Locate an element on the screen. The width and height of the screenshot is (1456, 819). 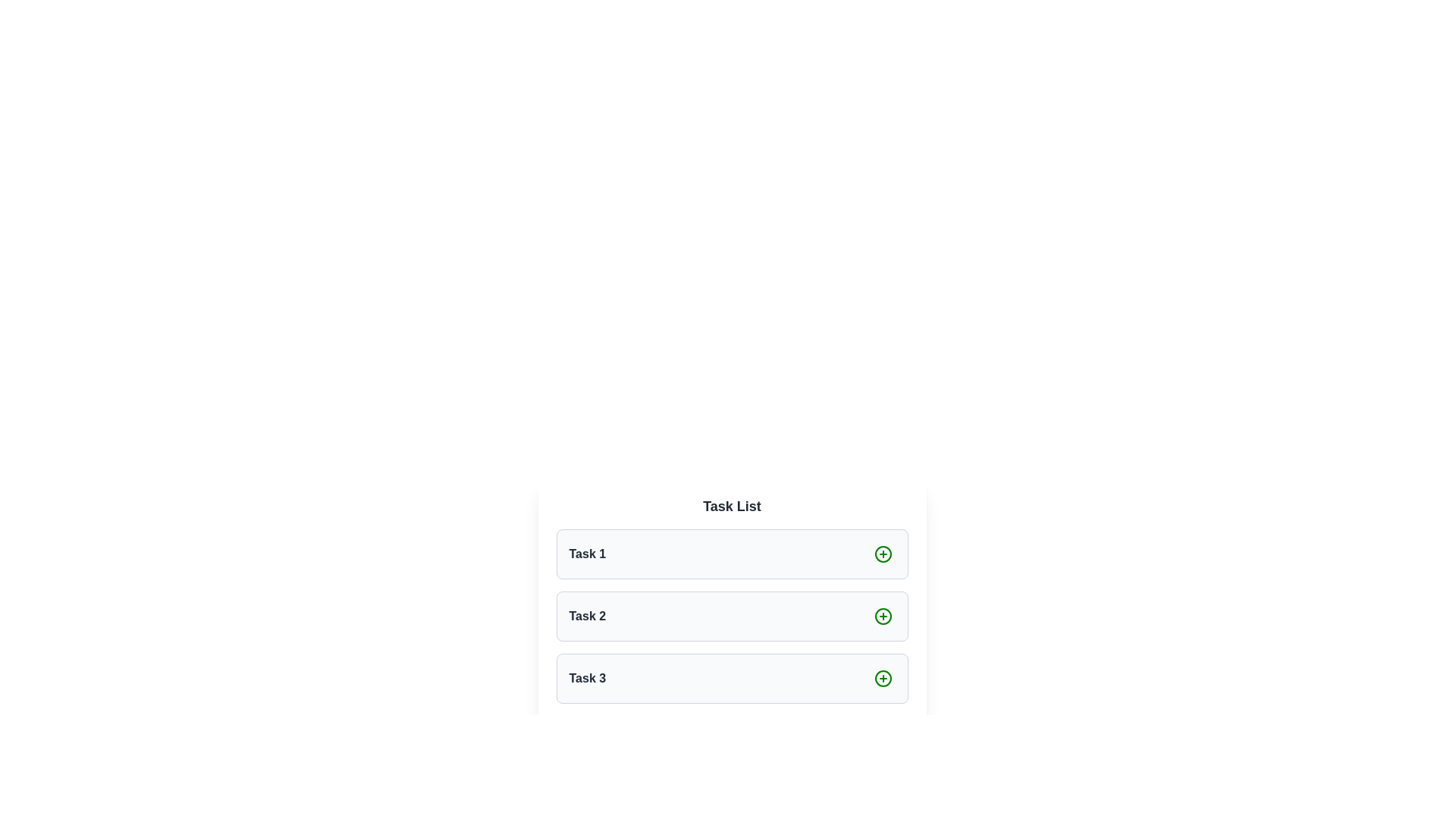
the Text label displaying the title of the task located in the topmost task item of the 'Task List.' is located at coordinates (586, 554).